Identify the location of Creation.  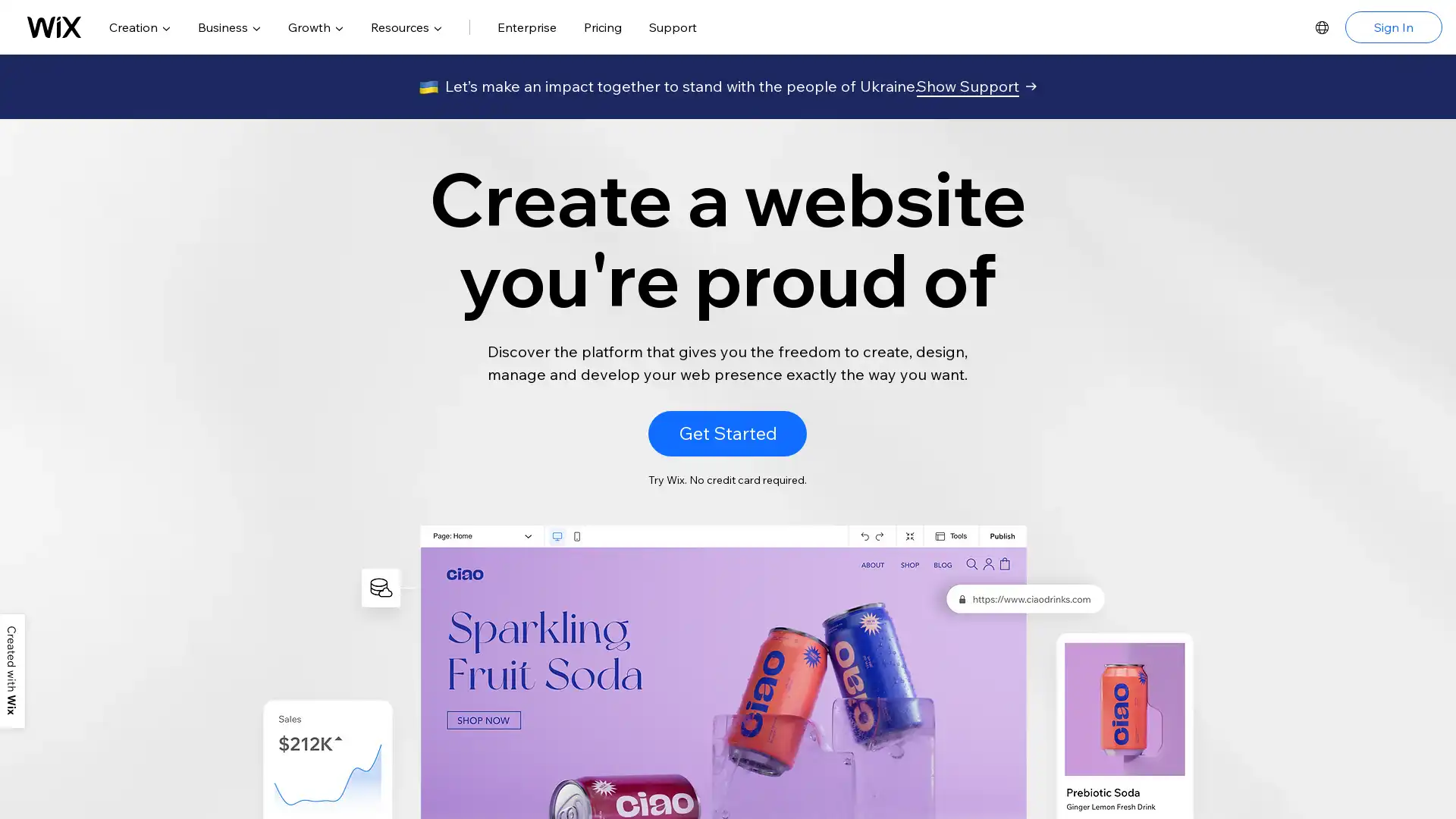
(140, 26).